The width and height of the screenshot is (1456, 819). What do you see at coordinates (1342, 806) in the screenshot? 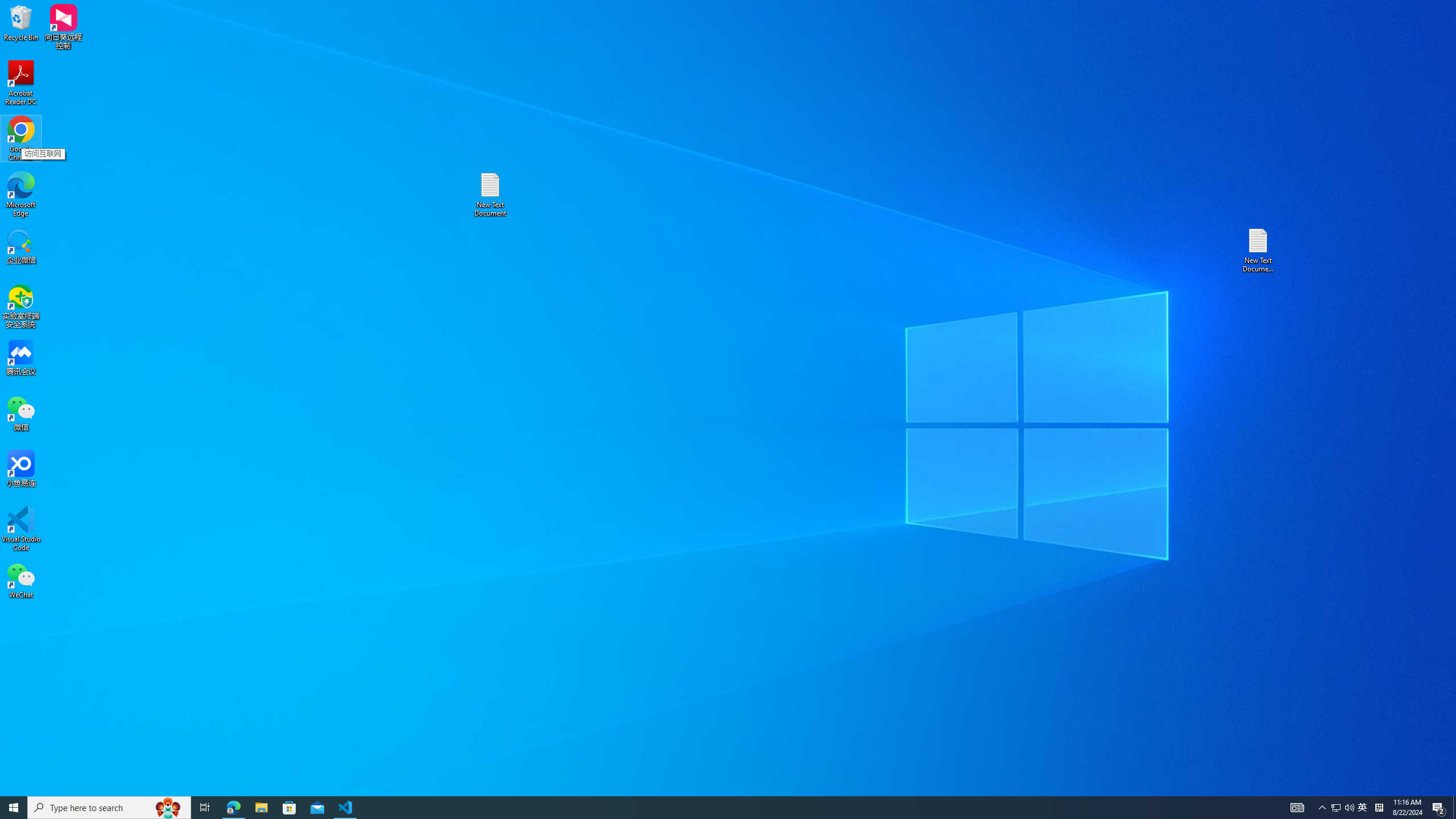
I see `'User Promoted Notification Area'` at bounding box center [1342, 806].